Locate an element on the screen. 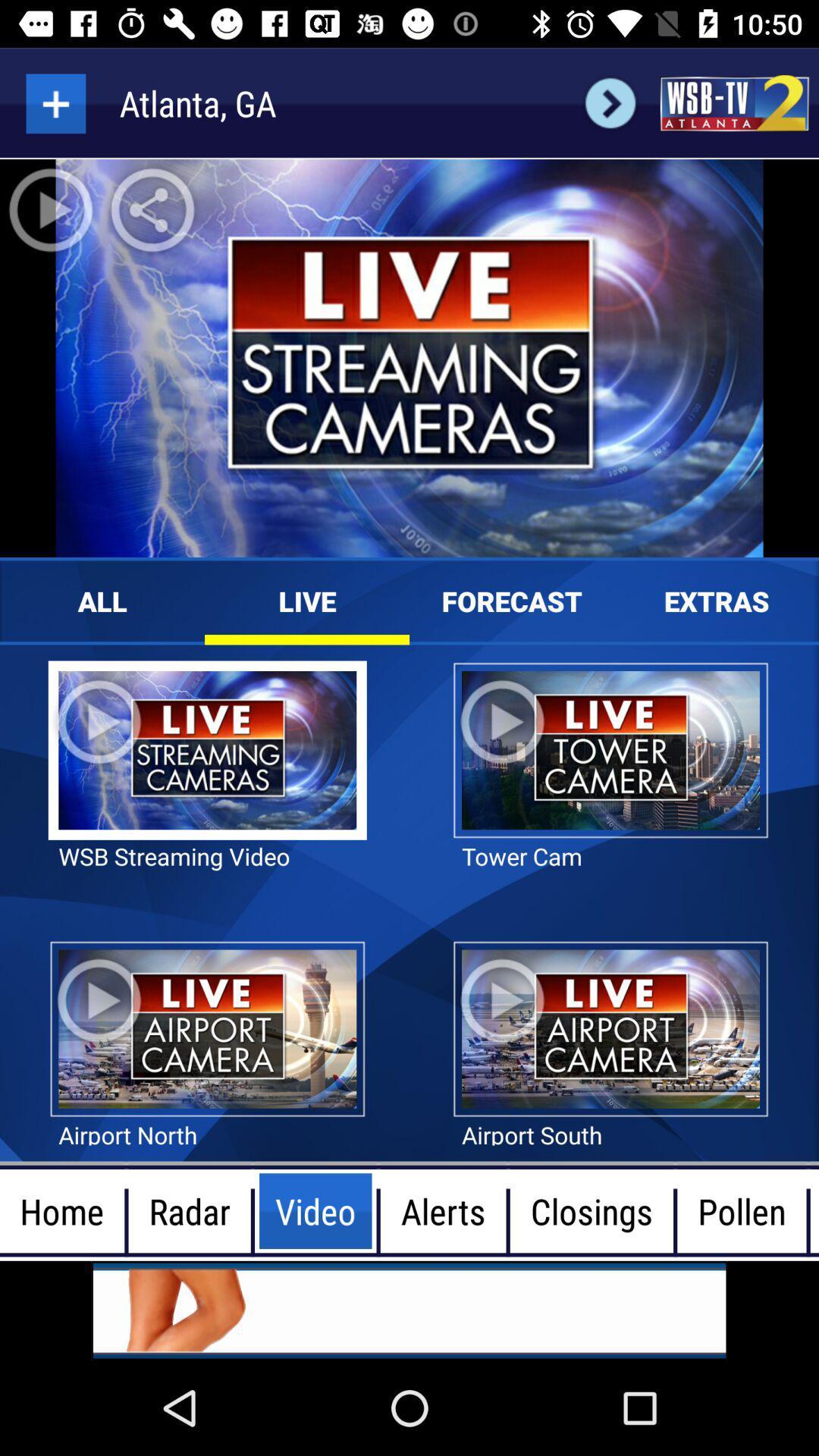 This screenshot has height=1456, width=819. advertisement is located at coordinates (409, 1310).